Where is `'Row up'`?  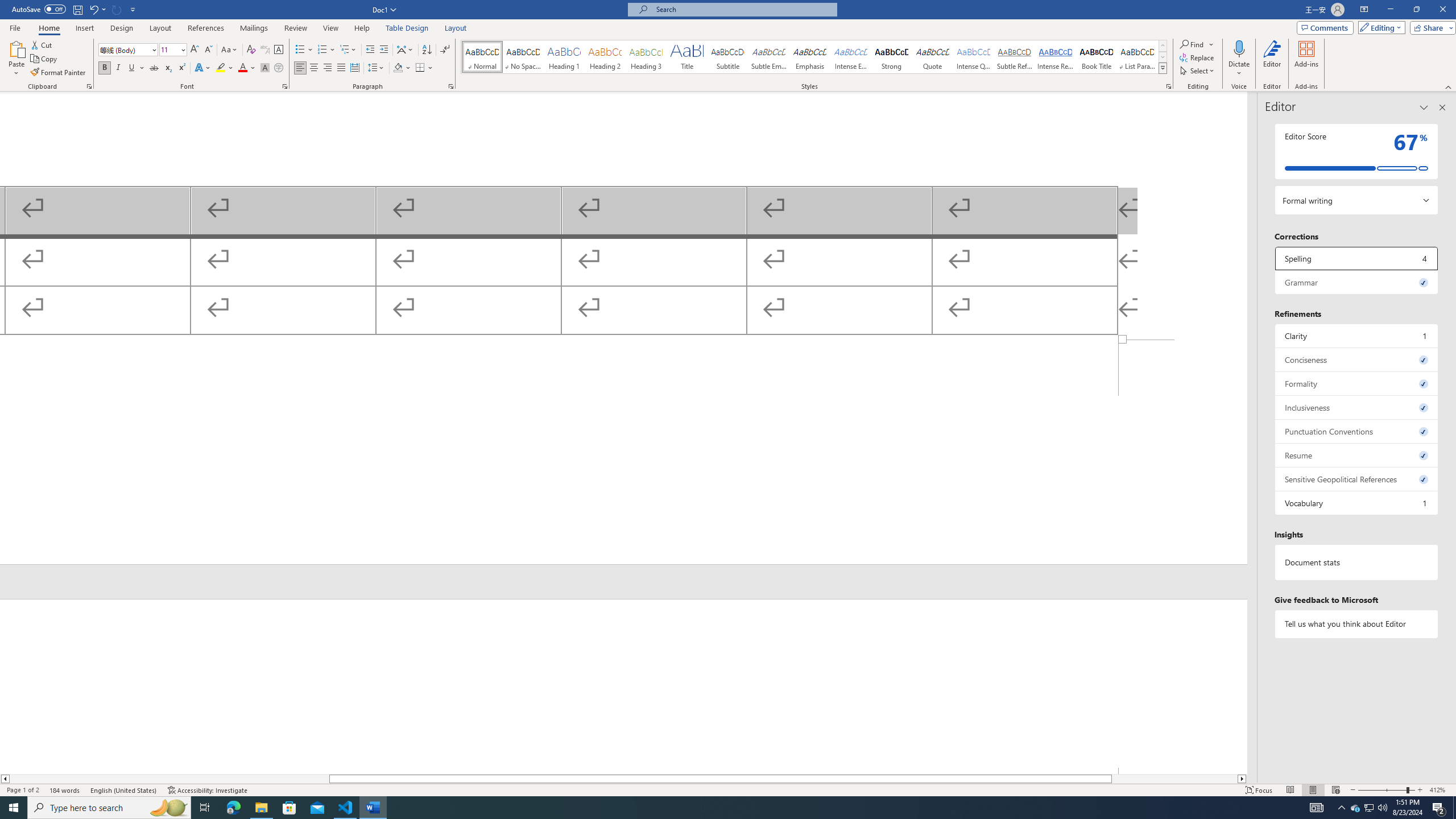 'Row up' is located at coordinates (1163, 45).